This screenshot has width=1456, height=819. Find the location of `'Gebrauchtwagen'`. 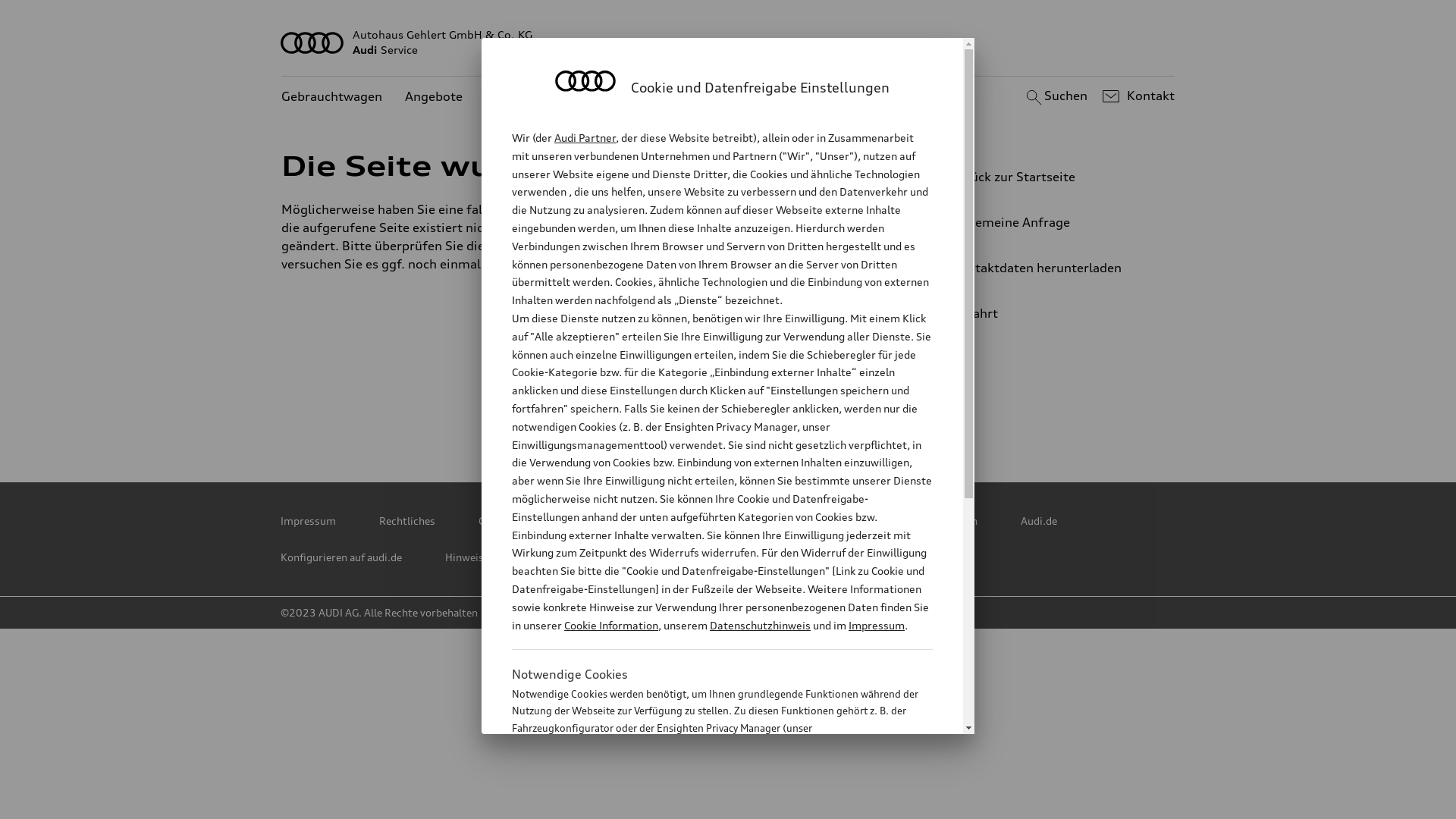

'Gebrauchtwagen' is located at coordinates (331, 96).